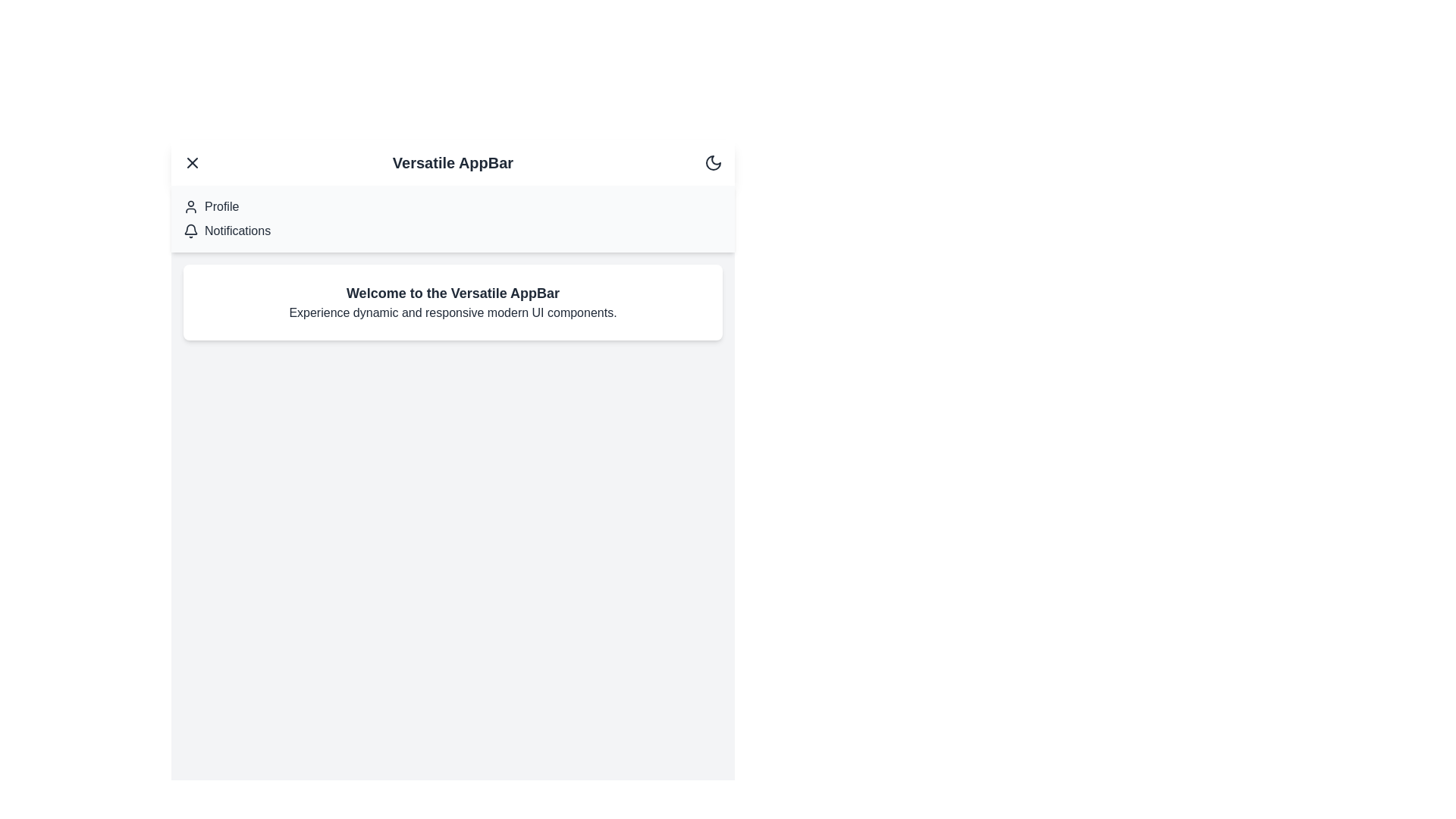  I want to click on the menu toggle button to toggle the menu visibility, so click(192, 163).